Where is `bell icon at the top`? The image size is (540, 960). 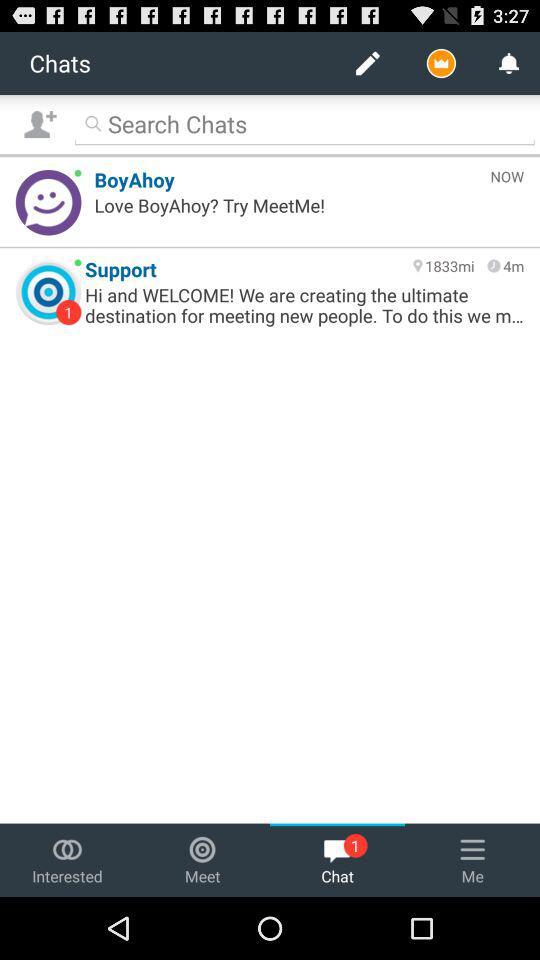 bell icon at the top is located at coordinates (509, 63).